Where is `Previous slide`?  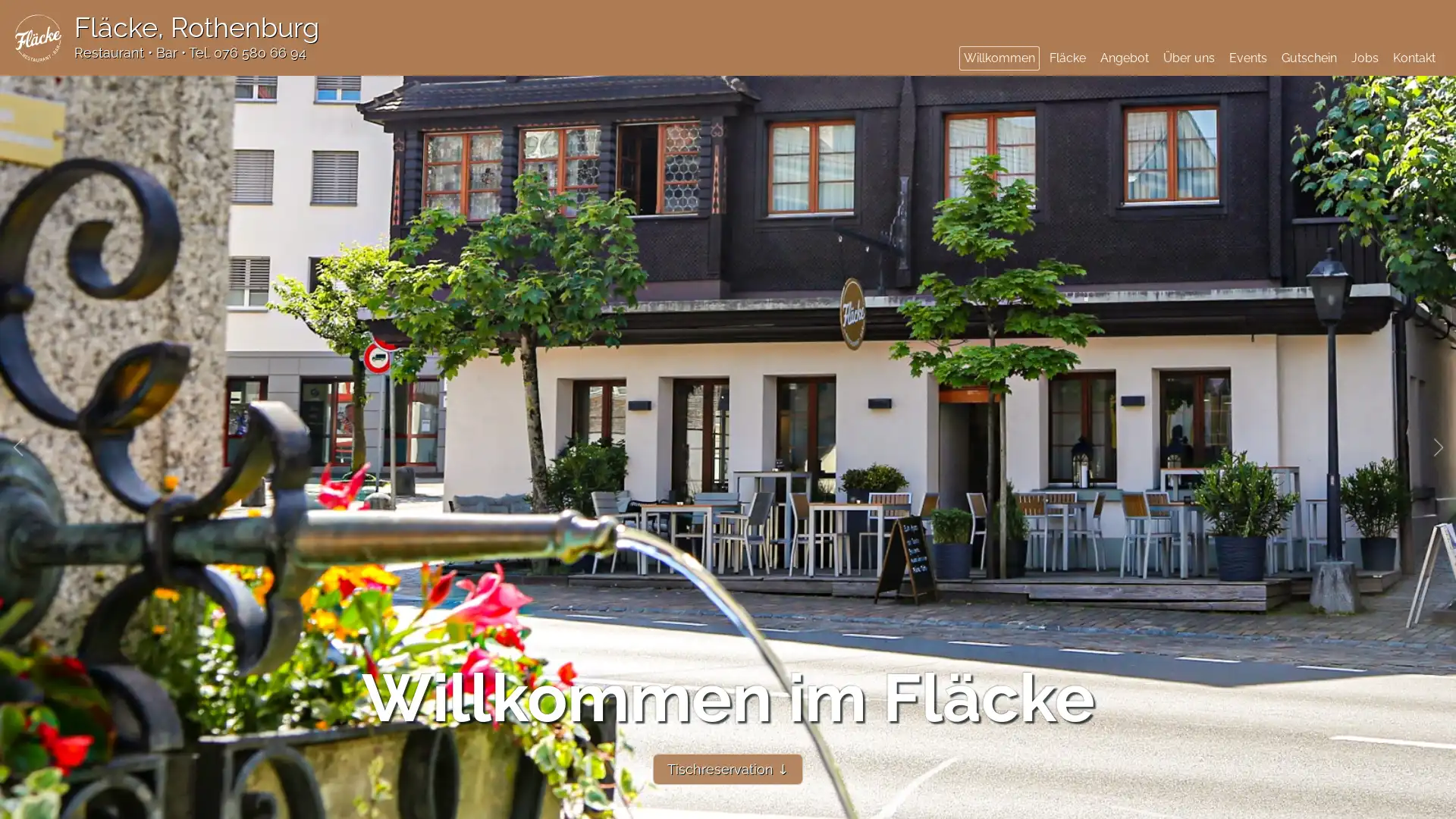
Previous slide is located at coordinates (17, 447).